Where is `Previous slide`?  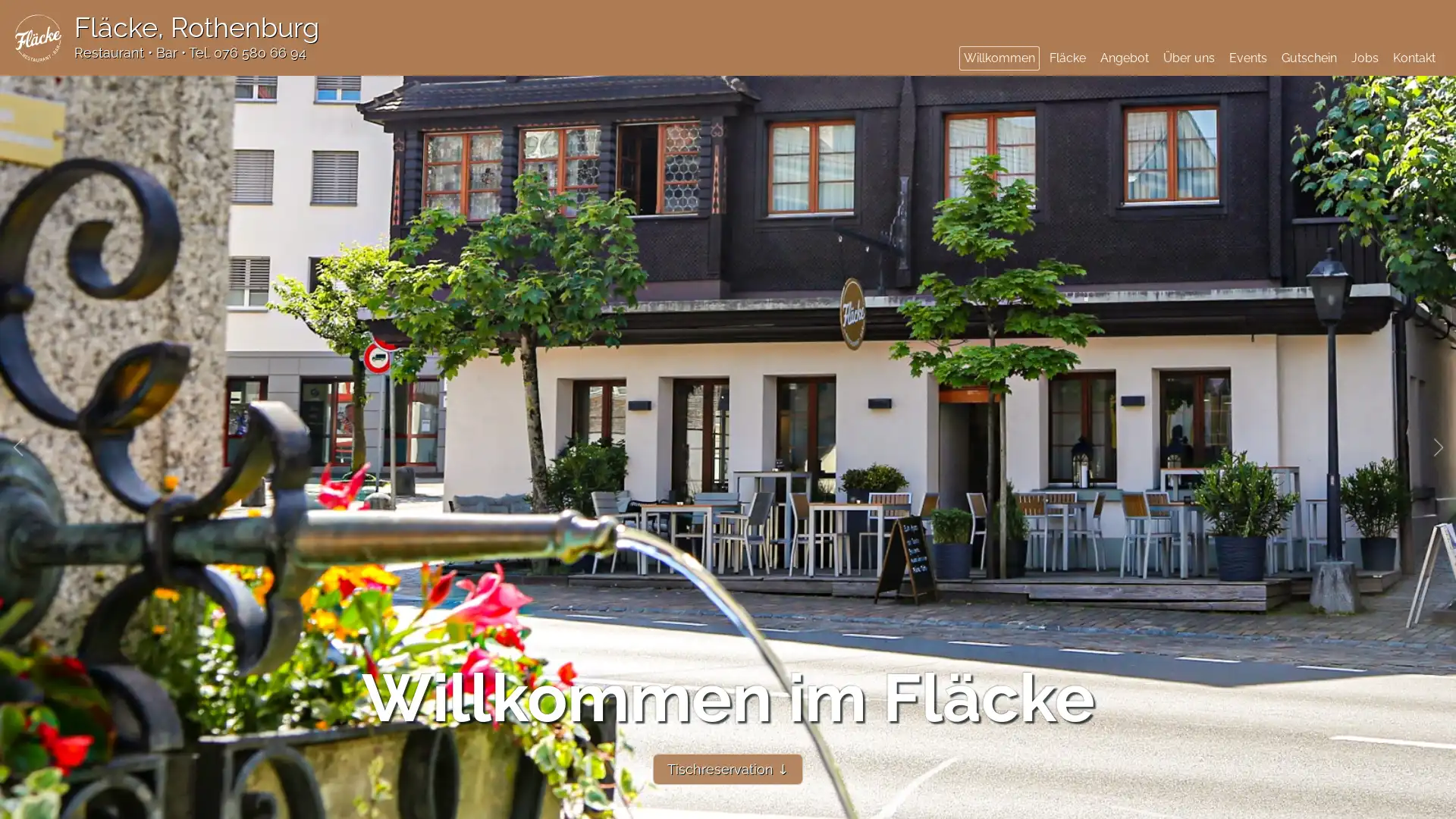
Previous slide is located at coordinates (17, 447).